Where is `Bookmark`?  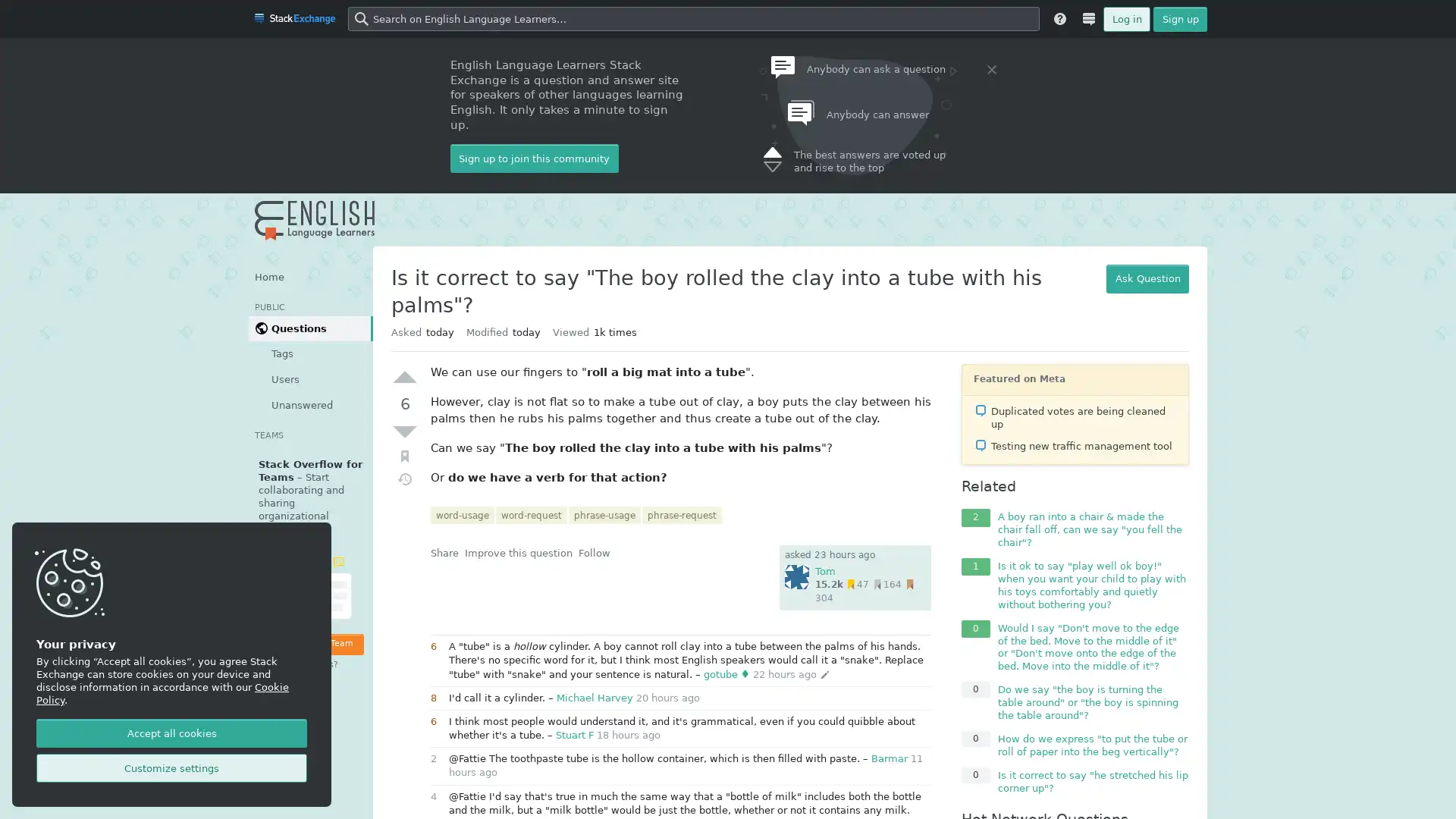
Bookmark is located at coordinates (404, 455).